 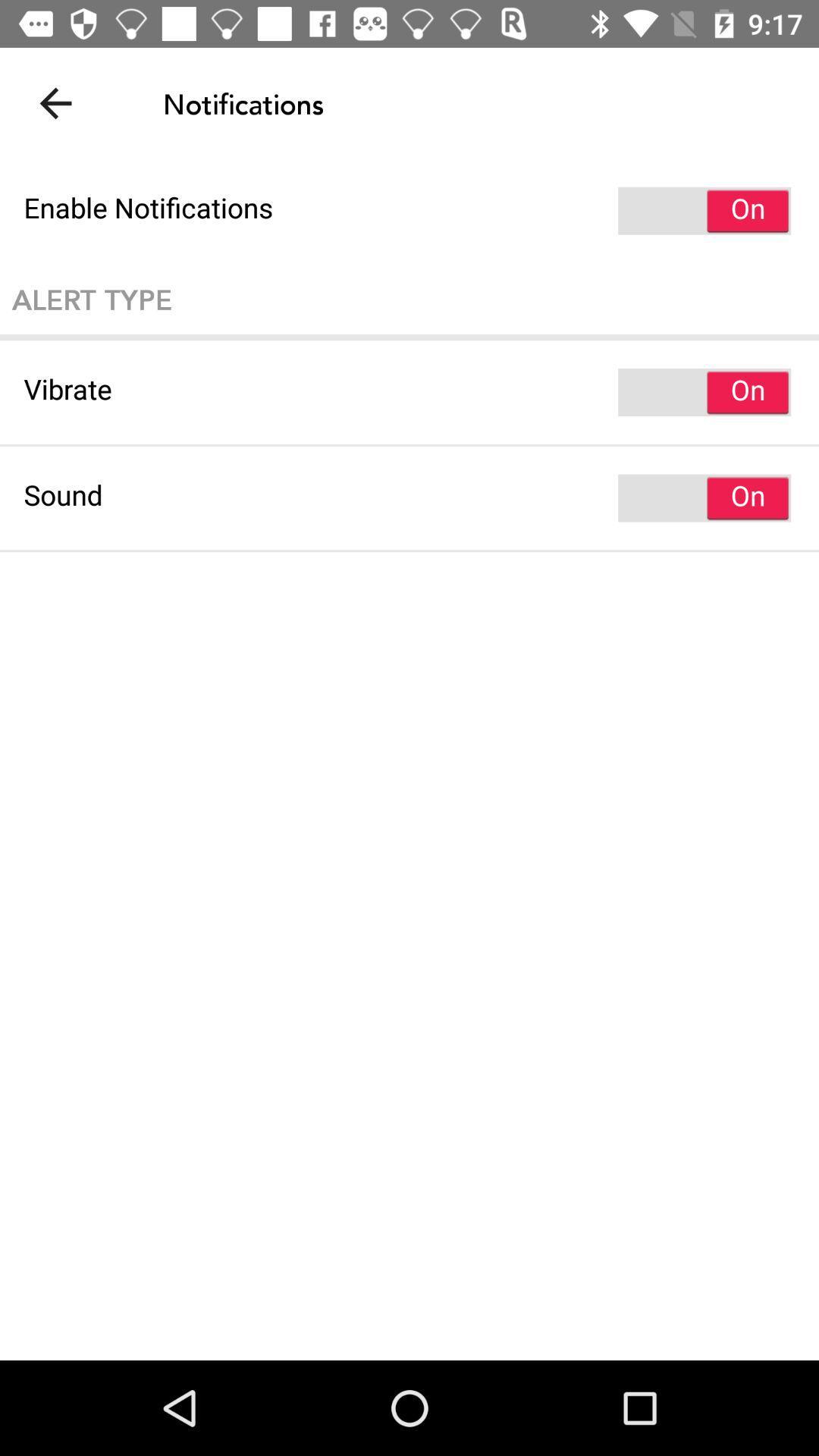 What do you see at coordinates (55, 102) in the screenshot?
I see `the icon to the left of the notifications icon` at bounding box center [55, 102].